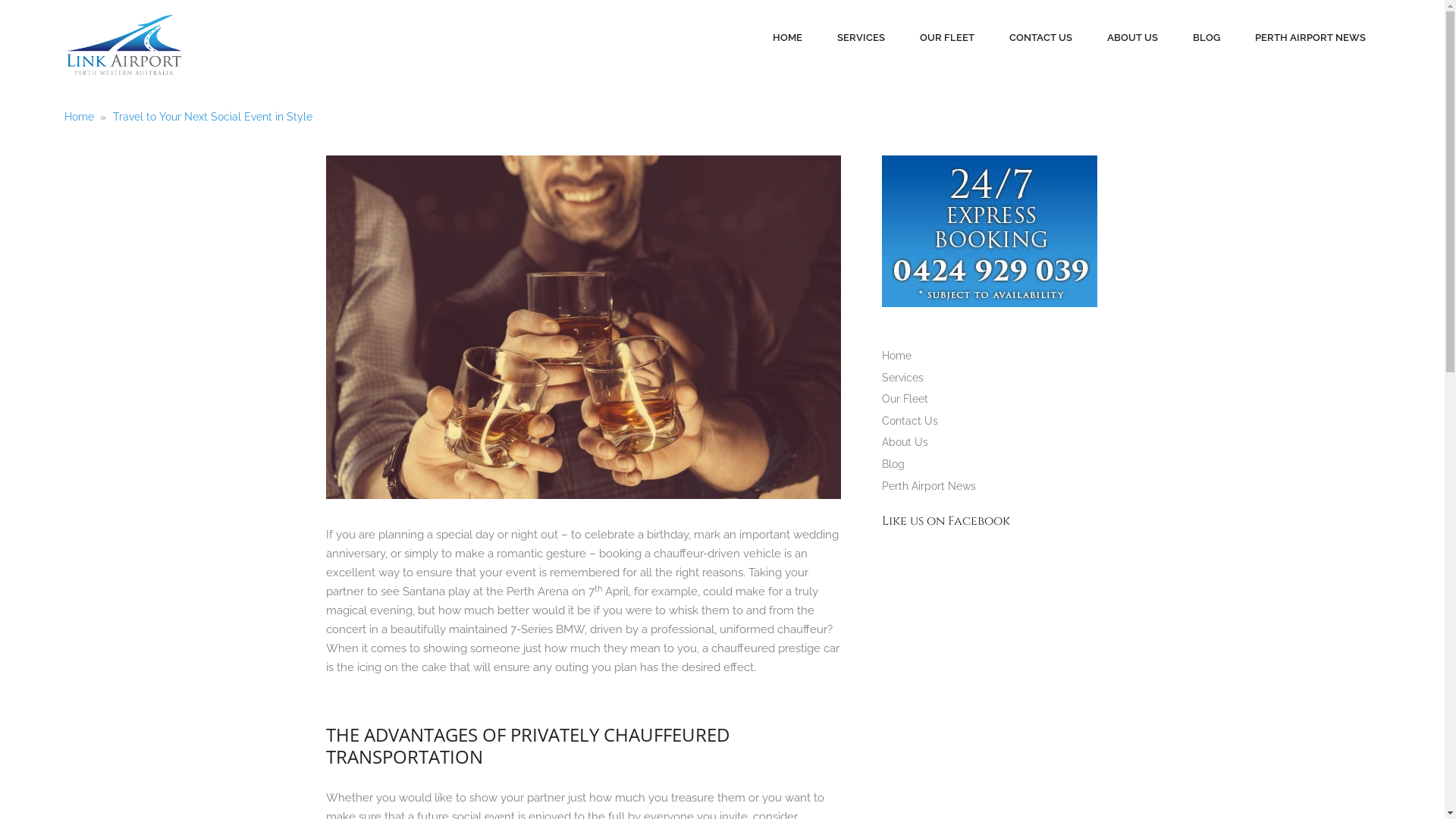  Describe the element at coordinates (910, 421) in the screenshot. I see `'Contact Us'` at that location.